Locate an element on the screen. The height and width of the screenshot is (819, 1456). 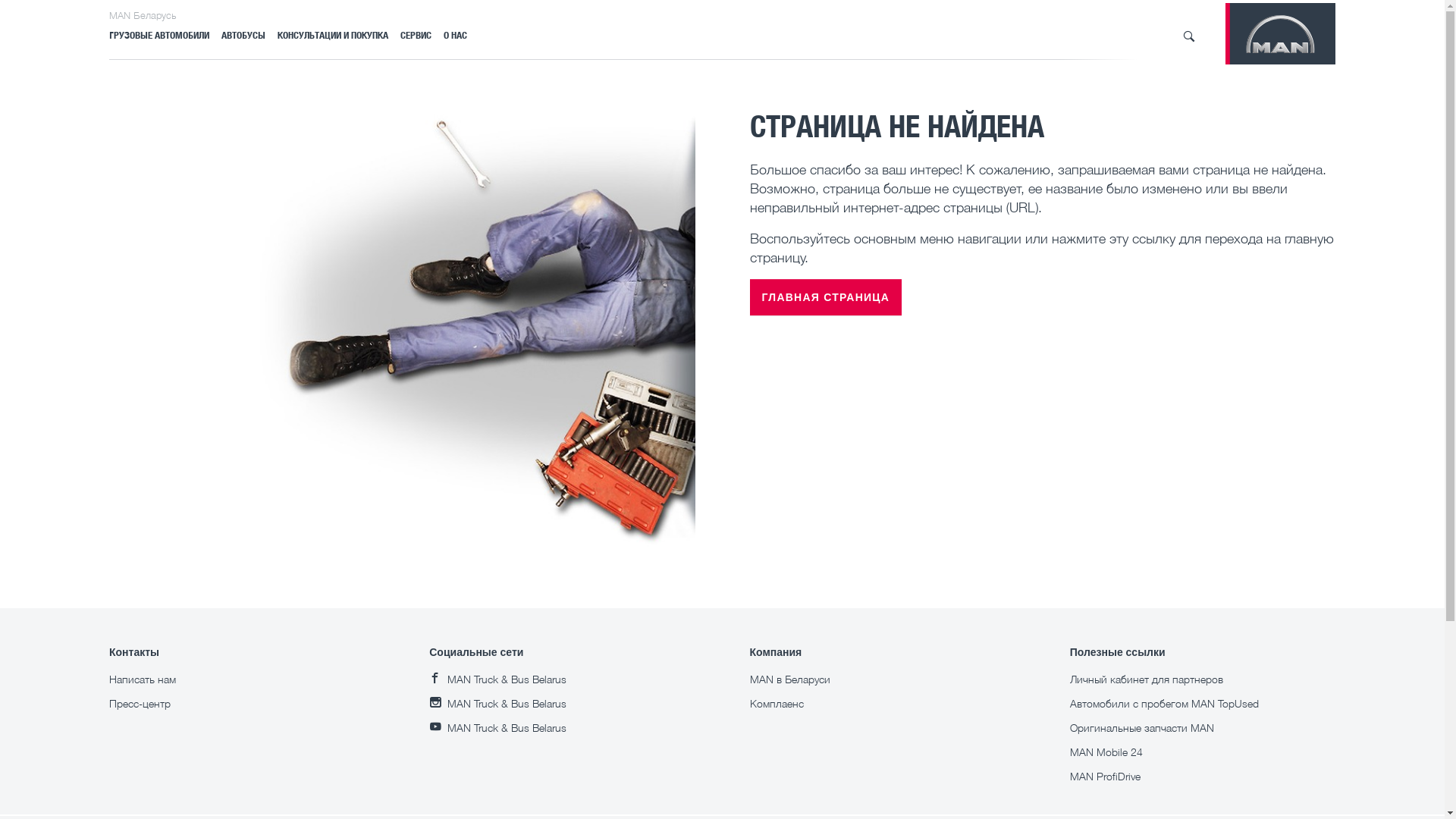
'MAN Truck & Bus Belarus' is located at coordinates (497, 703).